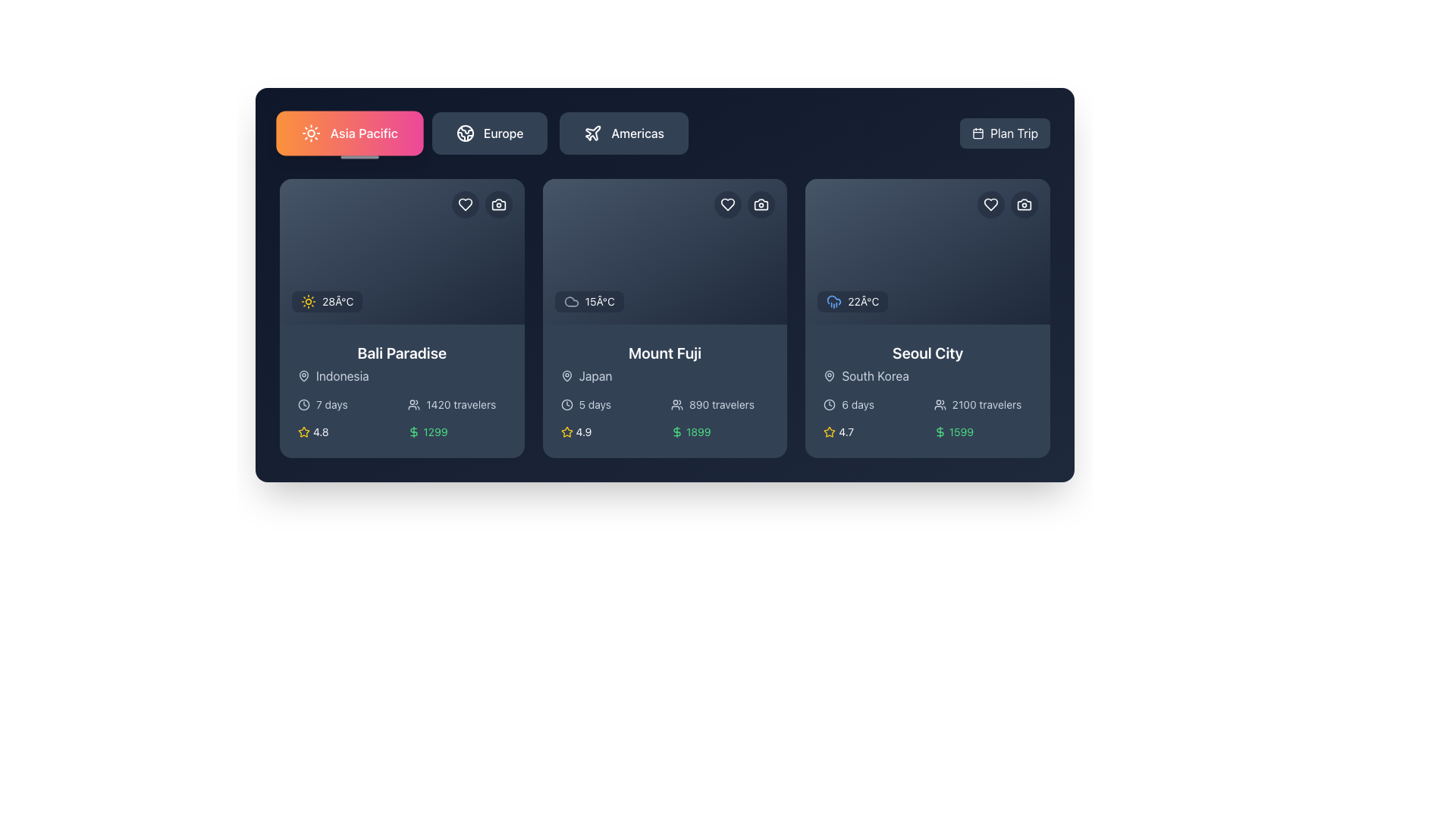  Describe the element at coordinates (402, 363) in the screenshot. I see `text from the Text block containing 'Bali Paradise' and 'Indonesia' located below the 'Asia Pacific' tab in the grid layout of travel destinations` at that location.